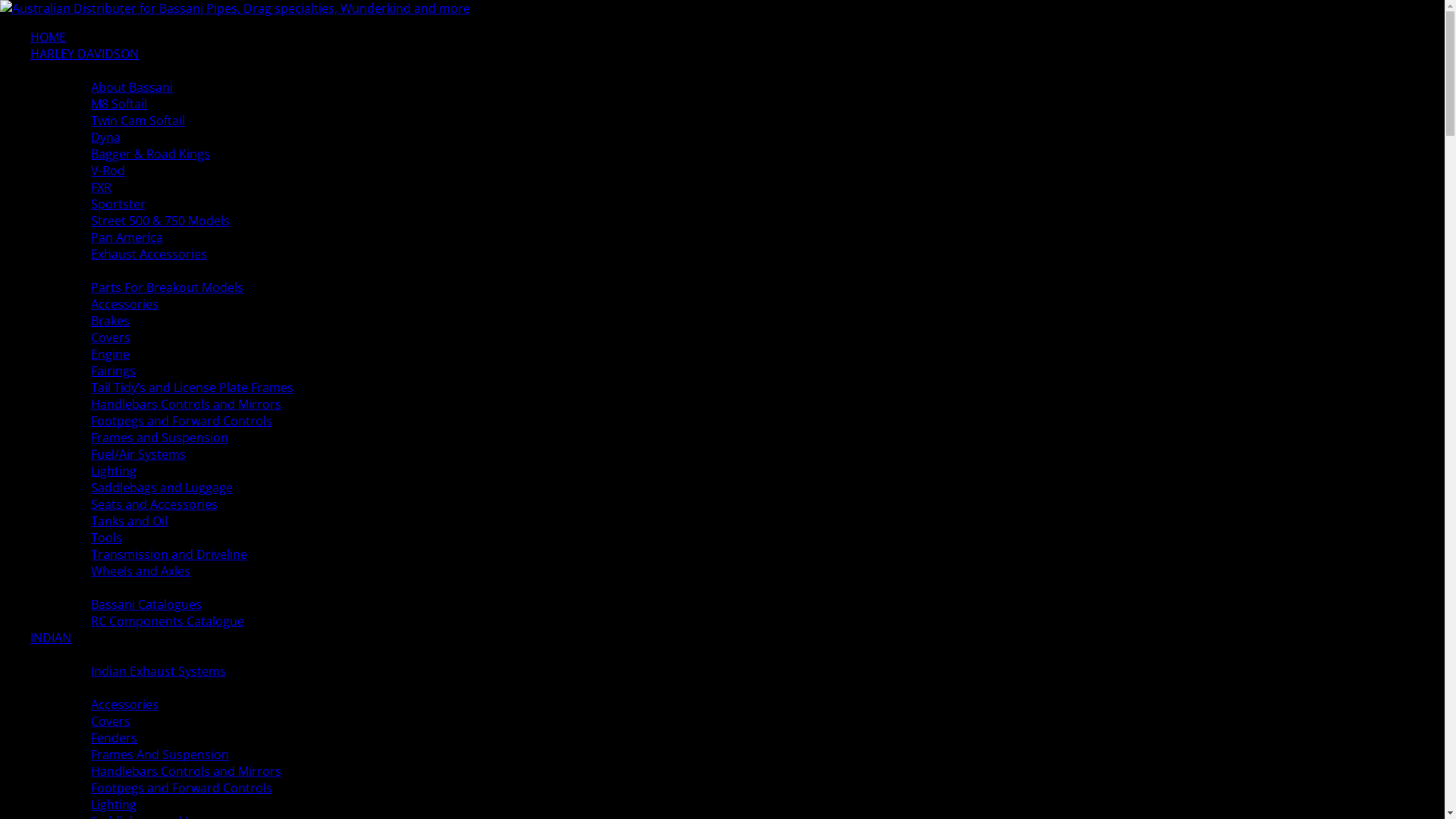 The width and height of the screenshot is (1456, 819). What do you see at coordinates (181, 421) in the screenshot?
I see `'Footpegs and Forward Controls'` at bounding box center [181, 421].